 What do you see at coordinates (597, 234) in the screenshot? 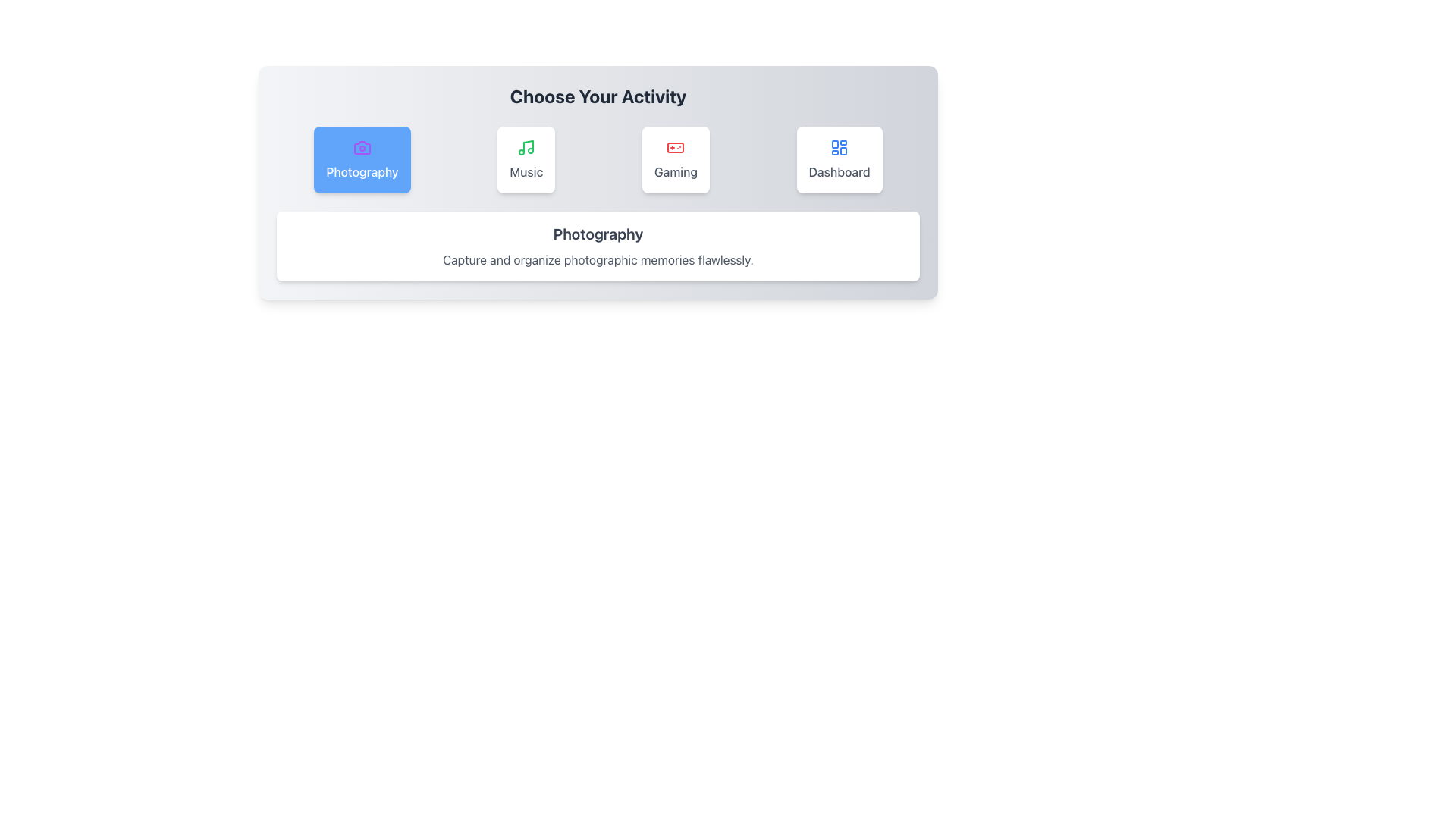
I see `the 'Photography' title text label, which serves as the heading for the photography section within a card-like box` at bounding box center [597, 234].